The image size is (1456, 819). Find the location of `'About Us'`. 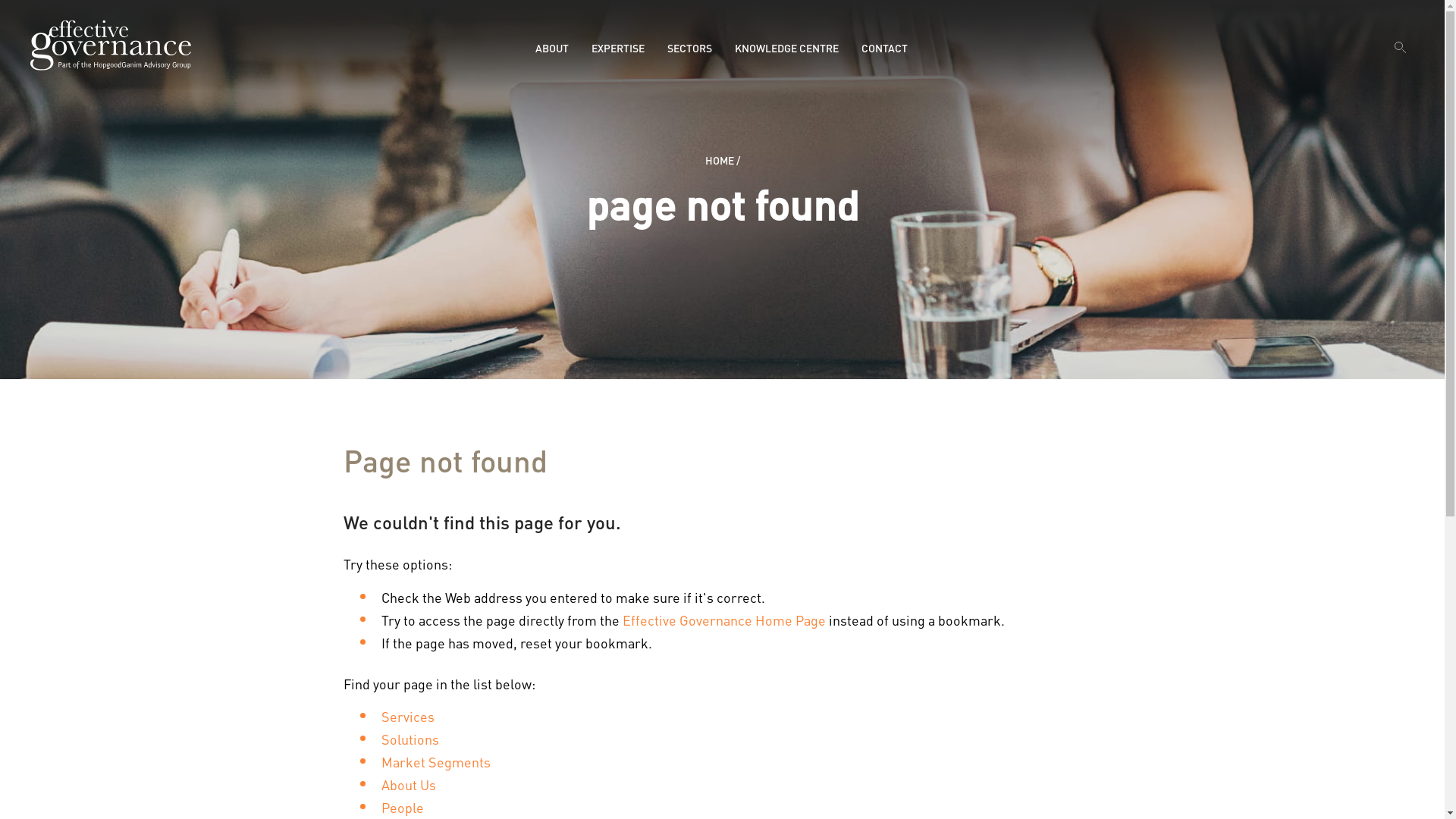

'About Us' is located at coordinates (381, 784).